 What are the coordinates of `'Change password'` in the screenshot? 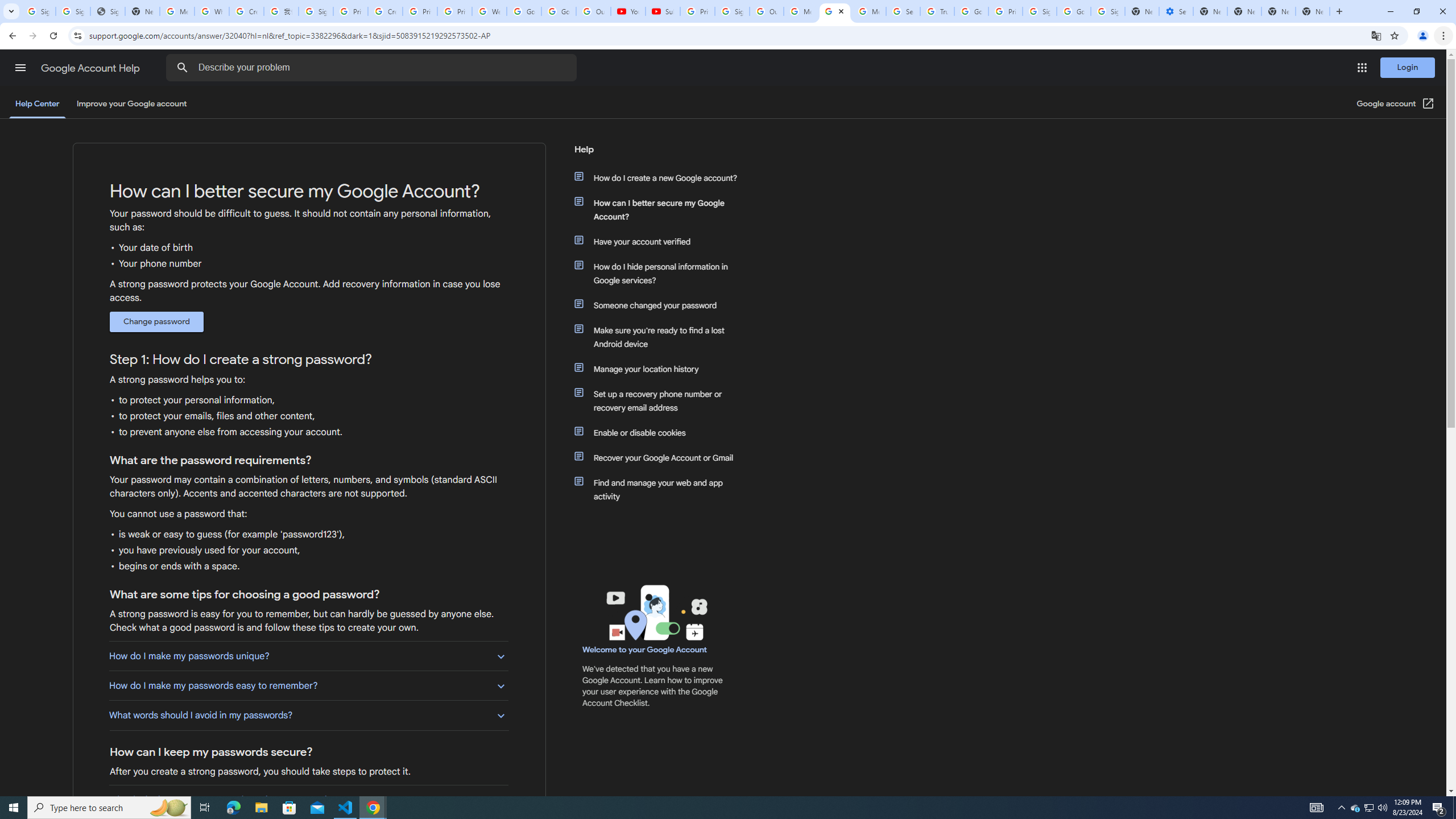 It's located at (156, 322).